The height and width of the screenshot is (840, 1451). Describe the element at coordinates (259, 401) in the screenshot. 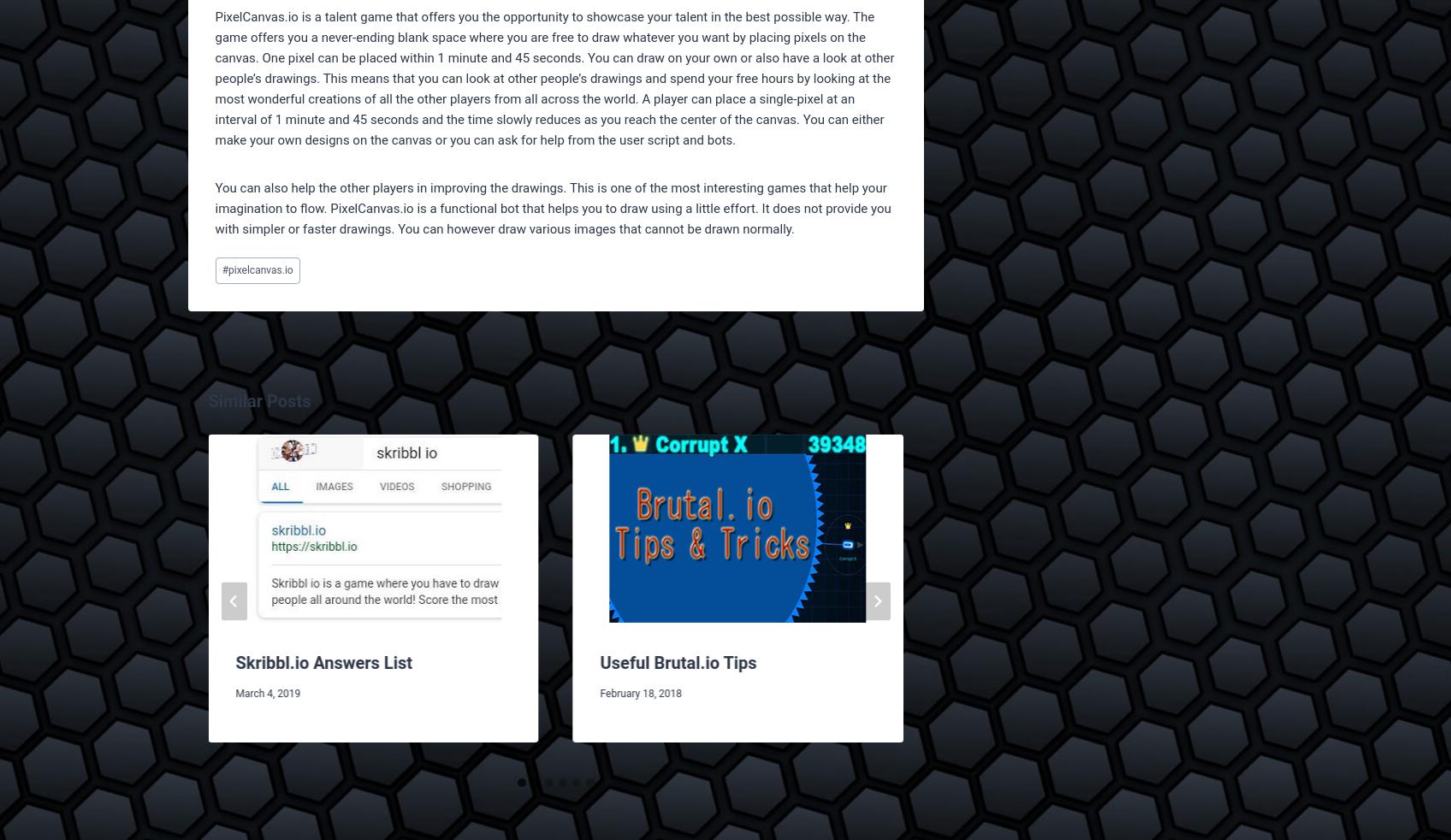

I see `'Similar Posts'` at that location.